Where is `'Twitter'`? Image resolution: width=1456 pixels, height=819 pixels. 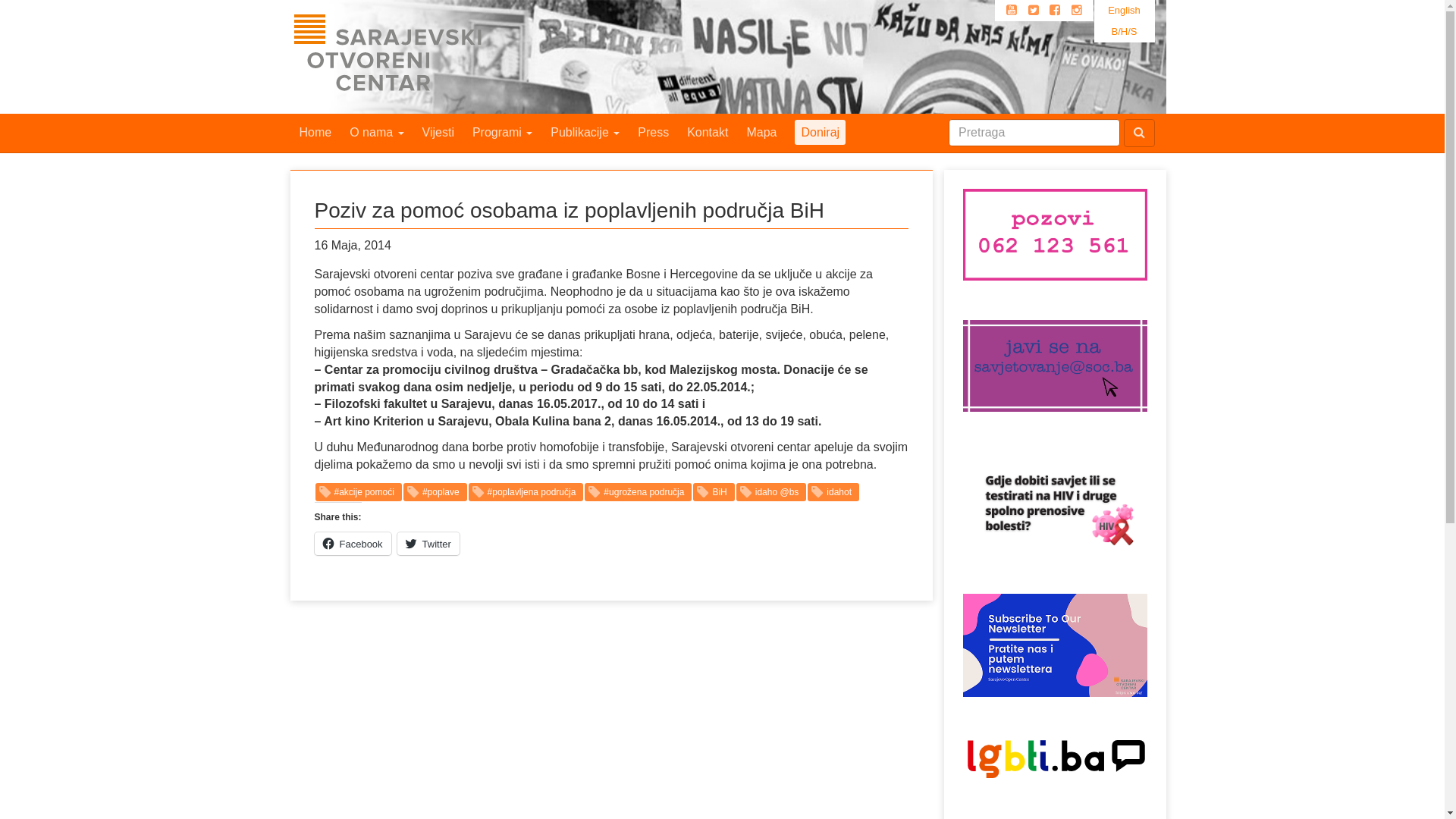
'Twitter' is located at coordinates (1033, 11).